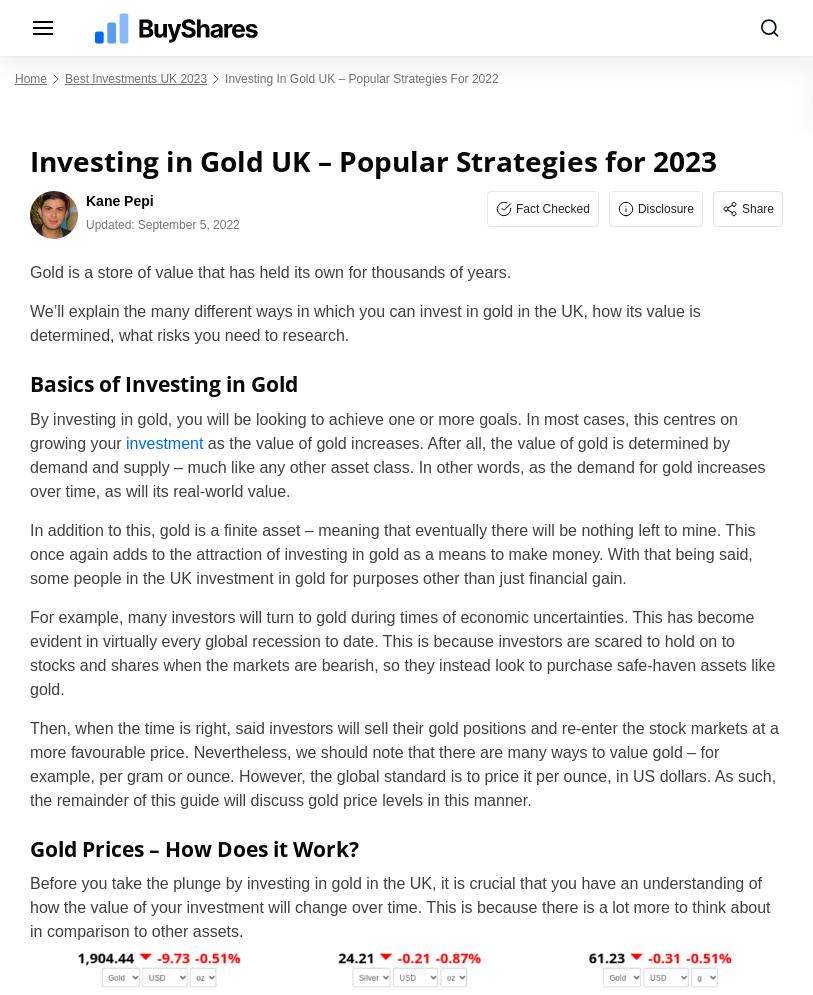 The image size is (813, 995). Describe the element at coordinates (757, 208) in the screenshot. I see `'Share'` at that location.